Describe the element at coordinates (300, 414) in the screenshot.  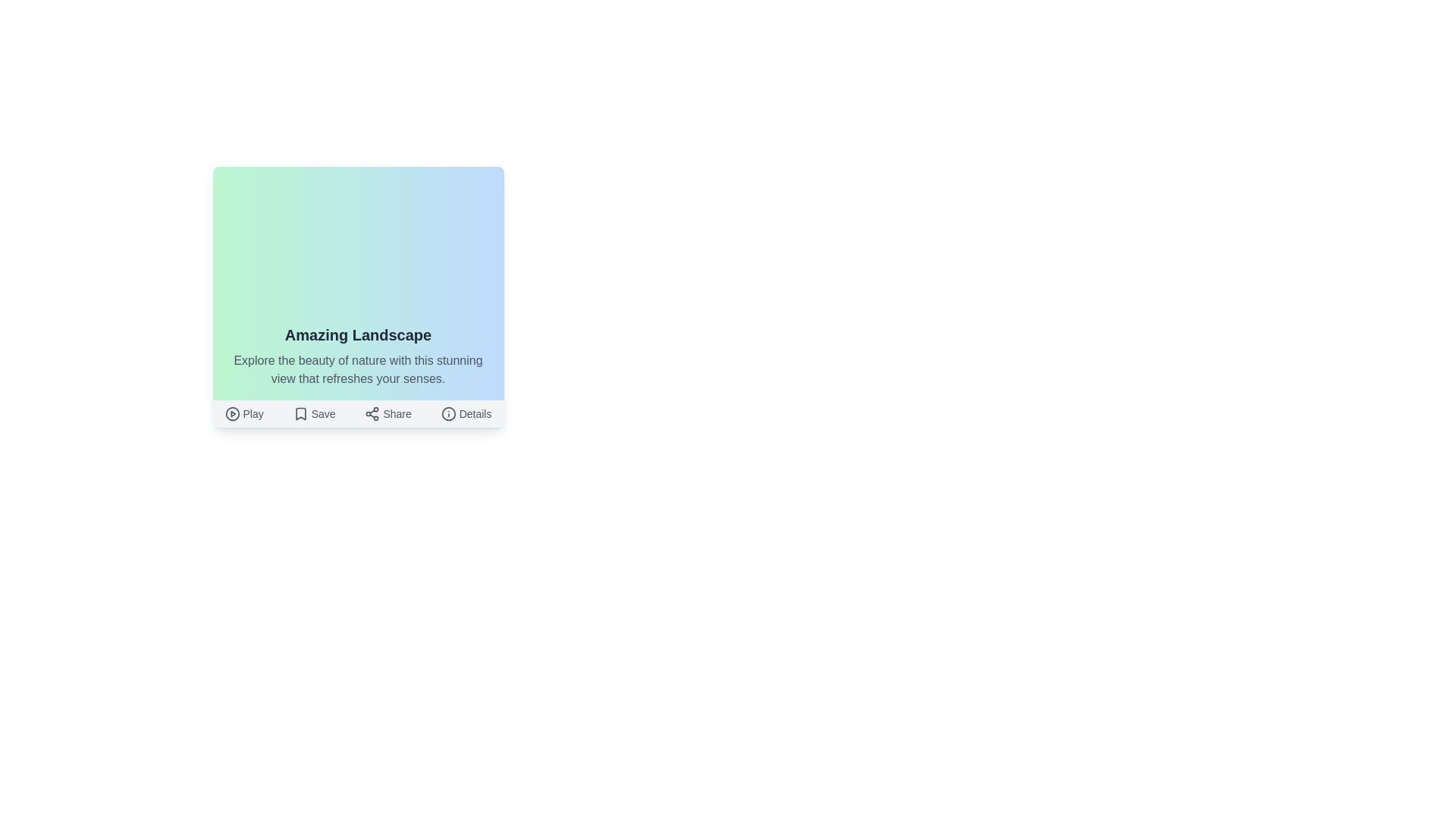
I see `the bookmark-shaped SVG icon located next to the 'Save' text` at that location.